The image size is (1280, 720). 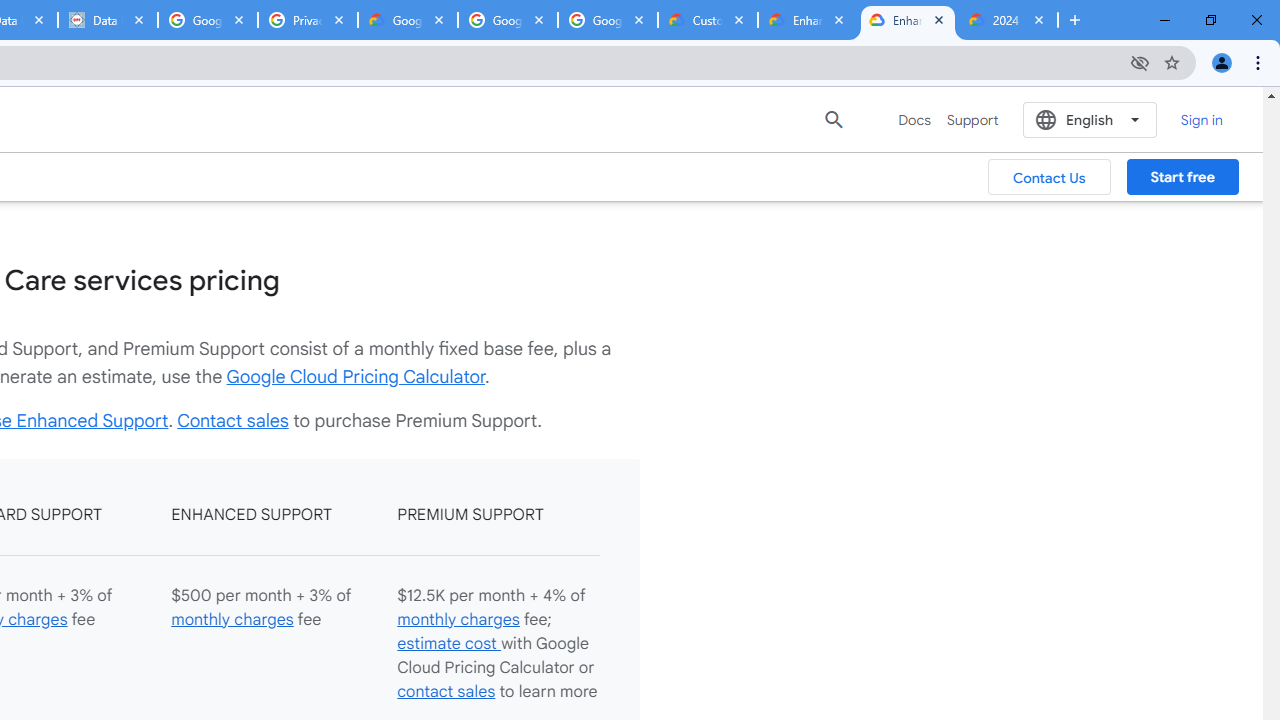 I want to click on 'Google Cloud Pricing Calculator', so click(x=356, y=376).